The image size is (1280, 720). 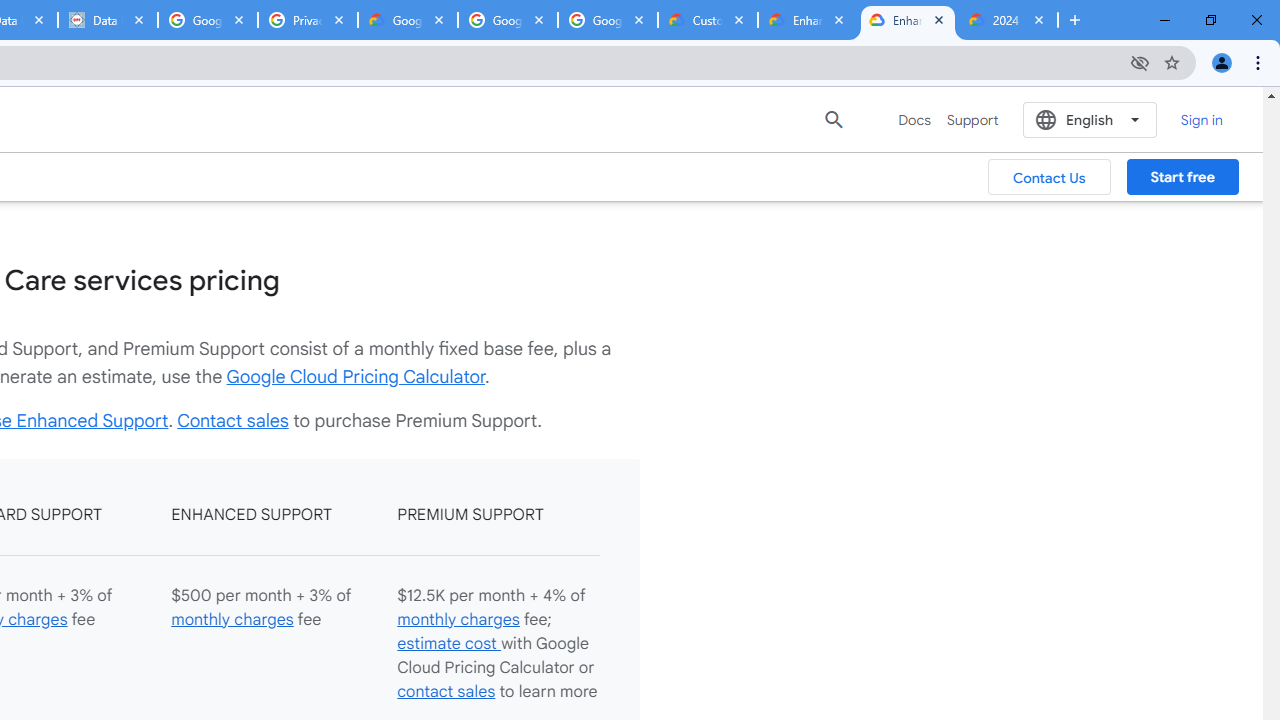 I want to click on 'Google Cloud Pricing Calculator', so click(x=356, y=376).